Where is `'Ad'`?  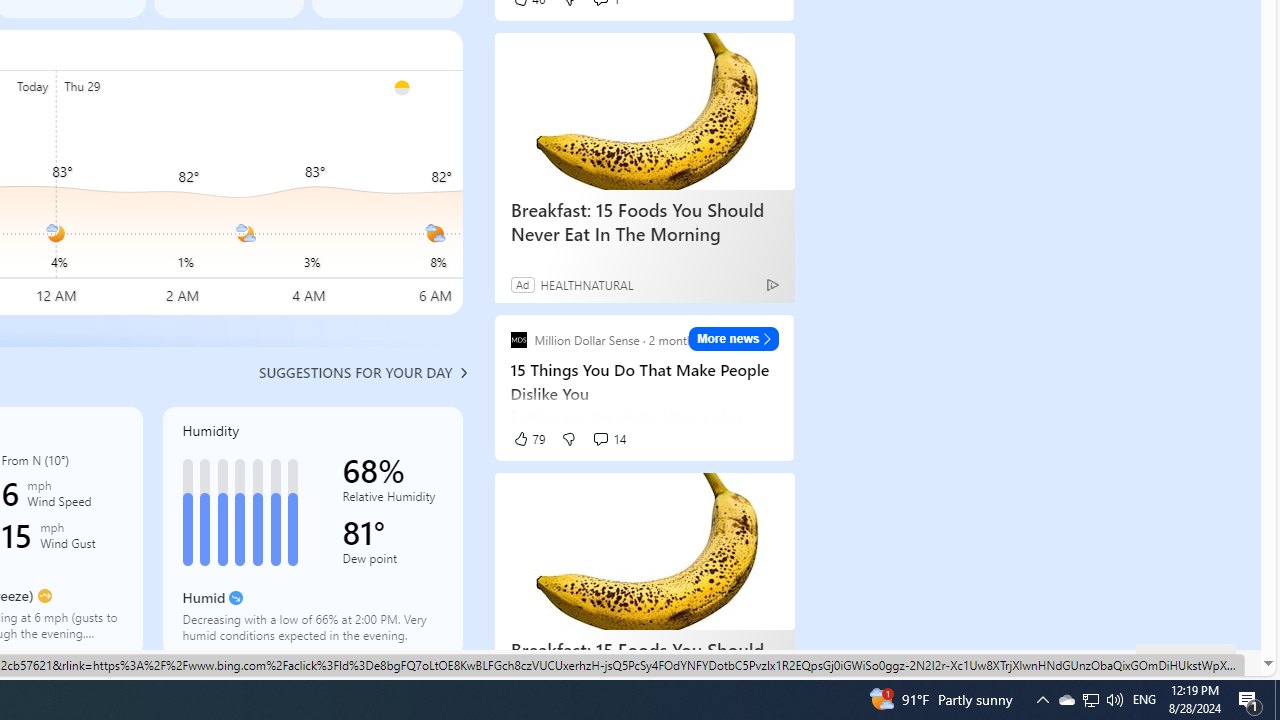
'Ad' is located at coordinates (522, 284).